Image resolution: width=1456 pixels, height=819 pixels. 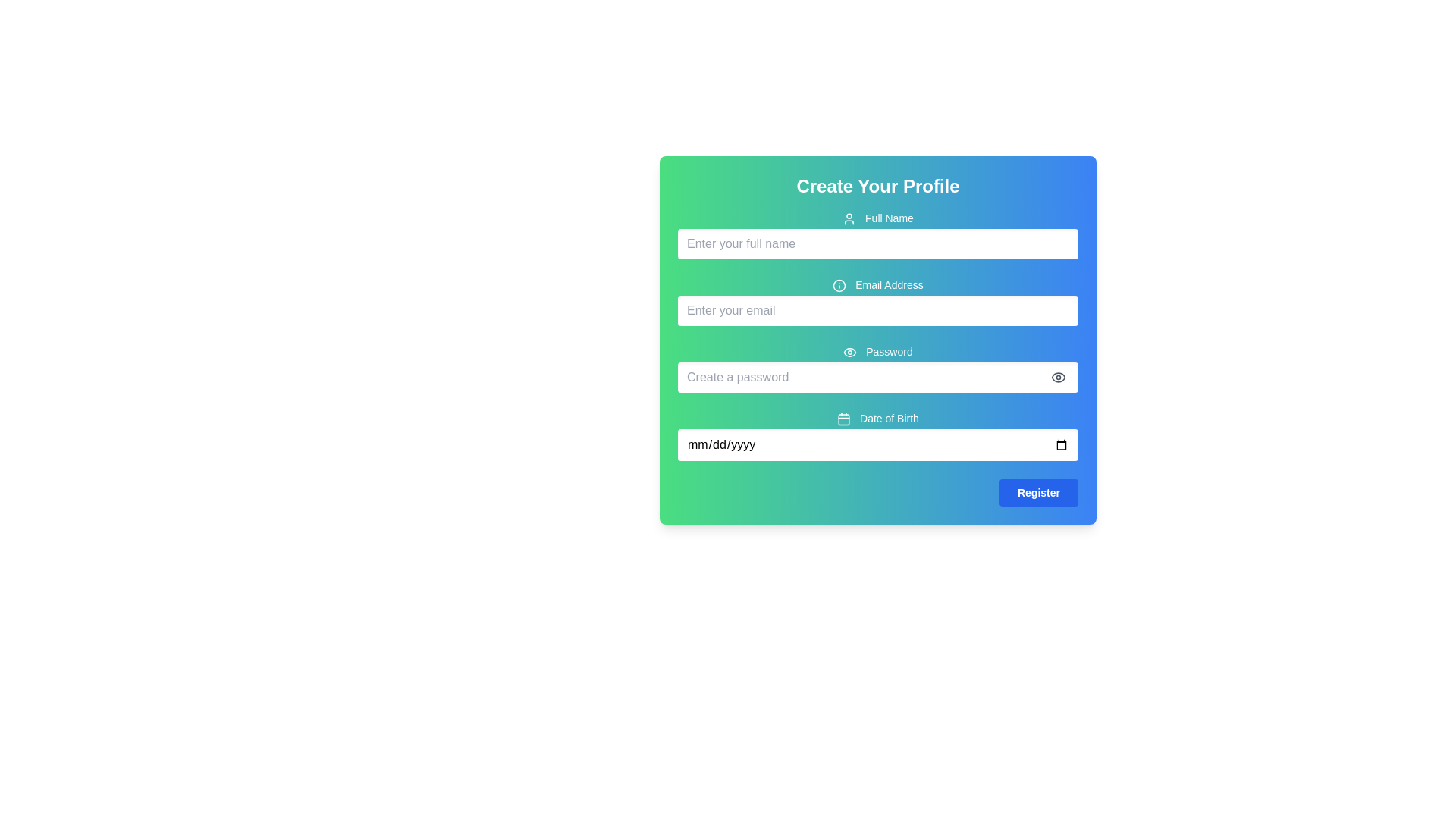 What do you see at coordinates (877, 234) in the screenshot?
I see `the 'Full Name' text input field to focus on it` at bounding box center [877, 234].